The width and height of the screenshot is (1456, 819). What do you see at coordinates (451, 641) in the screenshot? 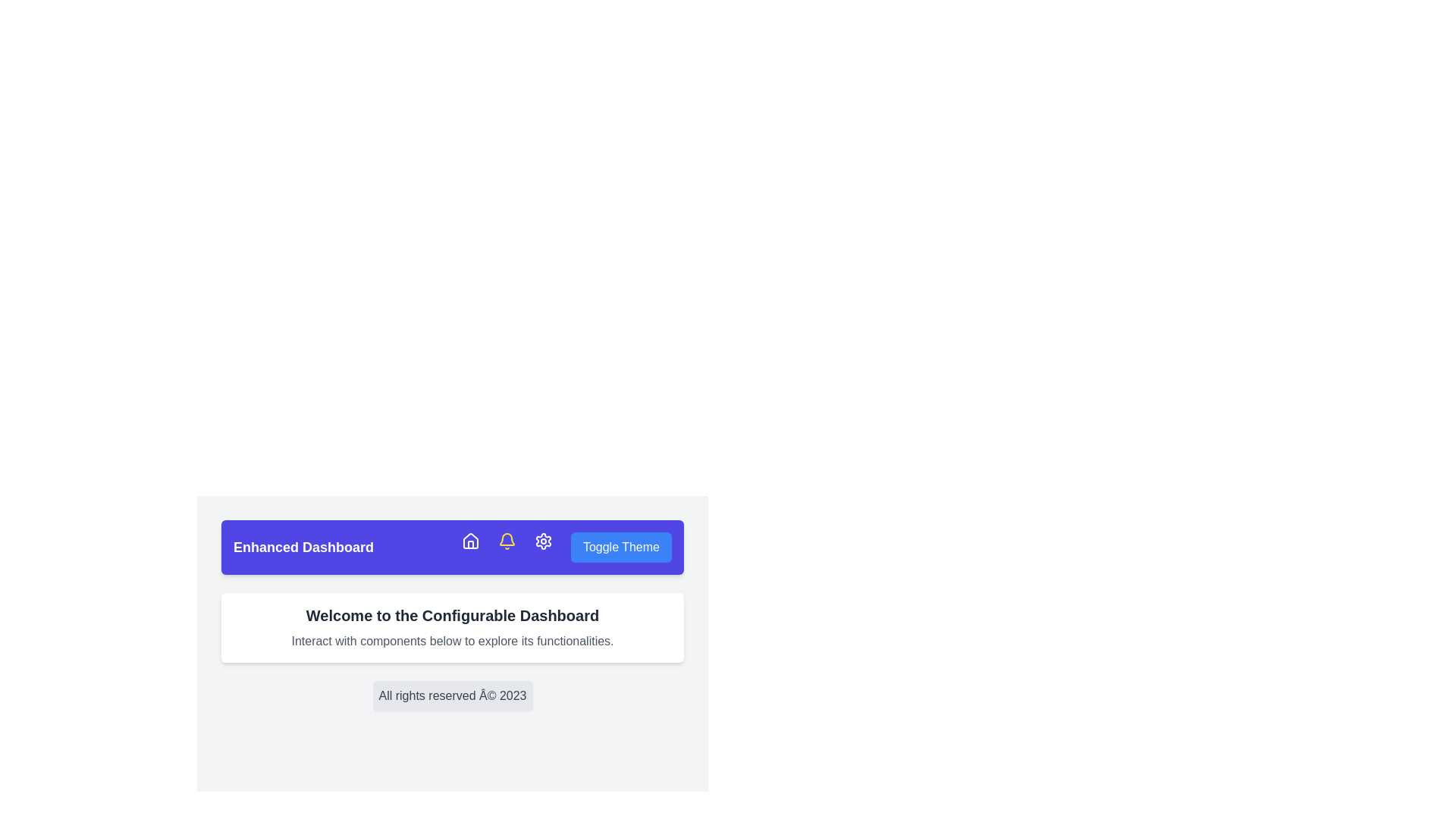
I see `the instructional text label located beneath the 'Welcome to the Configurable Dashboard' title, which is found within a white card section with rounded corners` at bounding box center [451, 641].